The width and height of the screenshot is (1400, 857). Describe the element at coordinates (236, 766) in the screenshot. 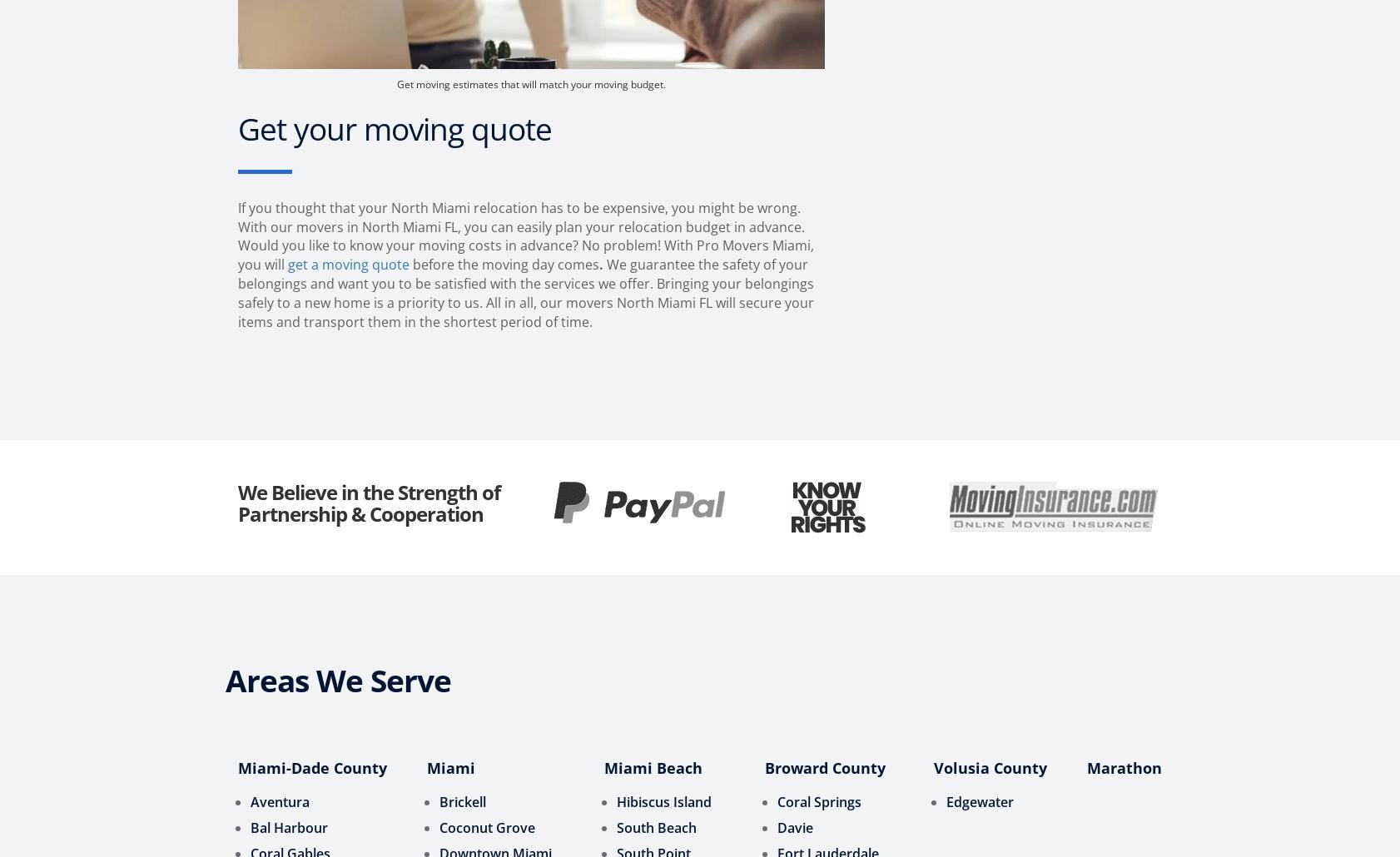

I see `'Miami-Dade County'` at that location.